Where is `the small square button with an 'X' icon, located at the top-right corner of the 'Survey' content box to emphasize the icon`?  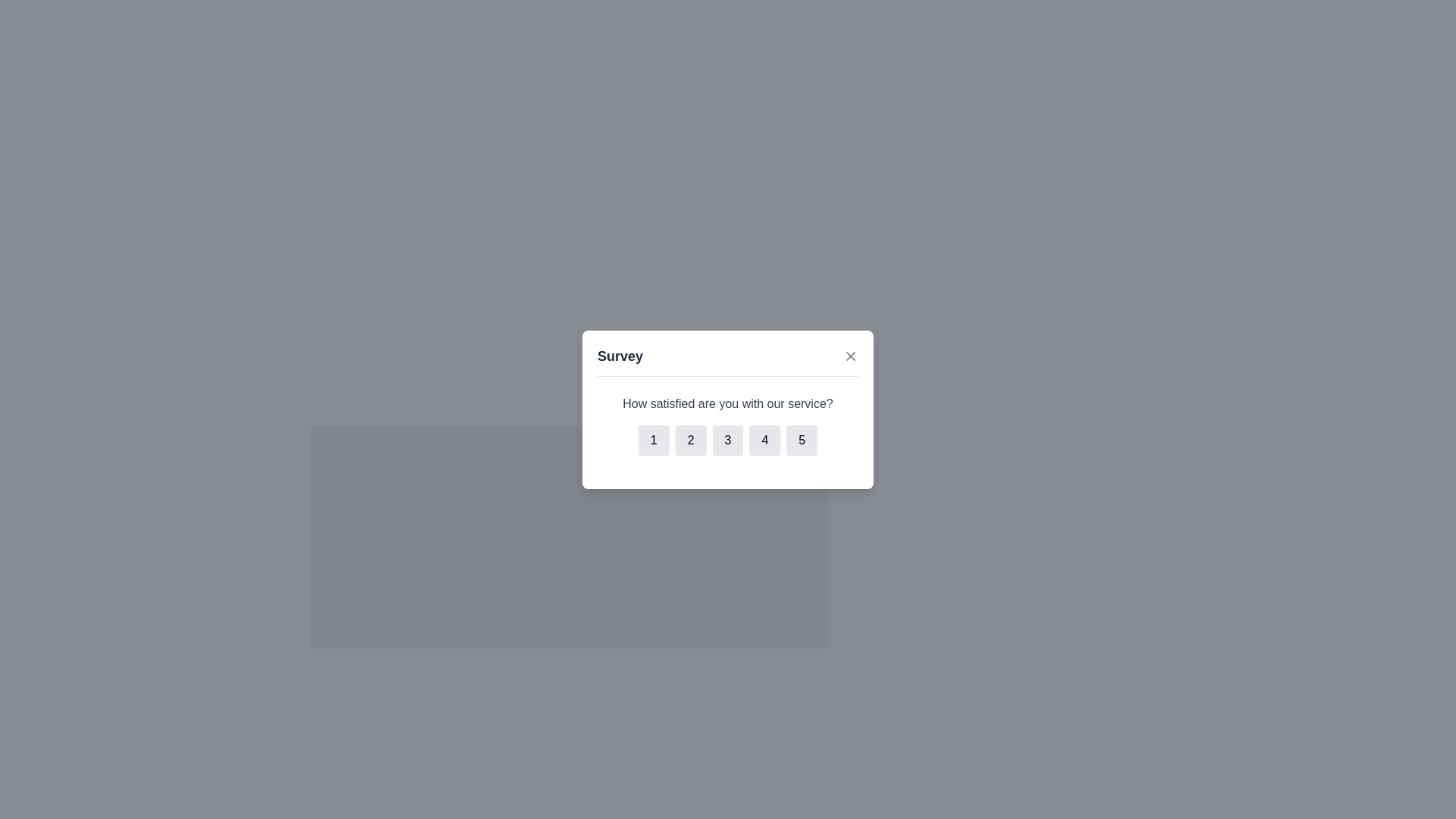
the small square button with an 'X' icon, located at the top-right corner of the 'Survey' content box to emphasize the icon is located at coordinates (851, 356).